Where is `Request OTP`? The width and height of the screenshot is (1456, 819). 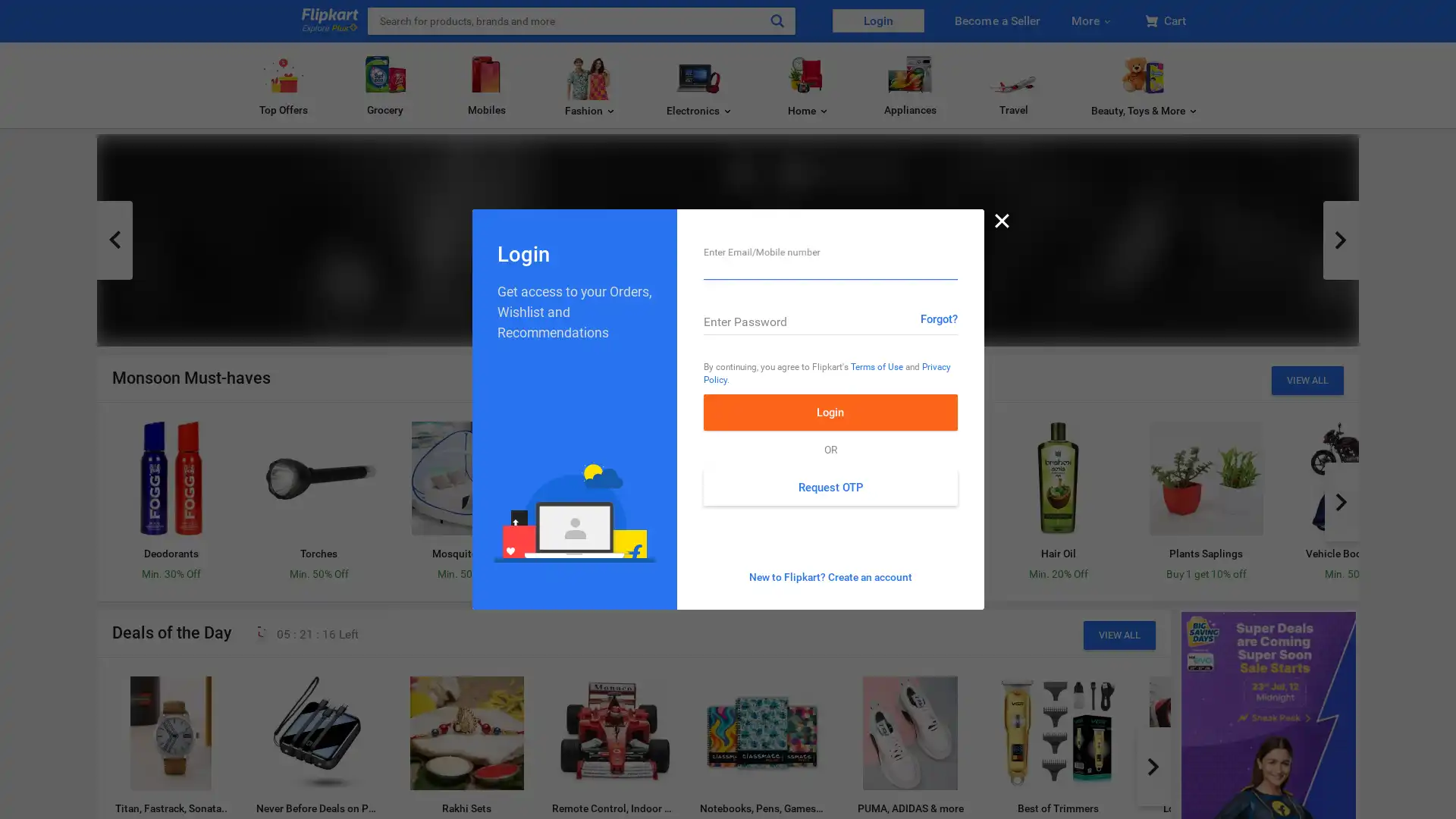
Request OTP is located at coordinates (829, 488).